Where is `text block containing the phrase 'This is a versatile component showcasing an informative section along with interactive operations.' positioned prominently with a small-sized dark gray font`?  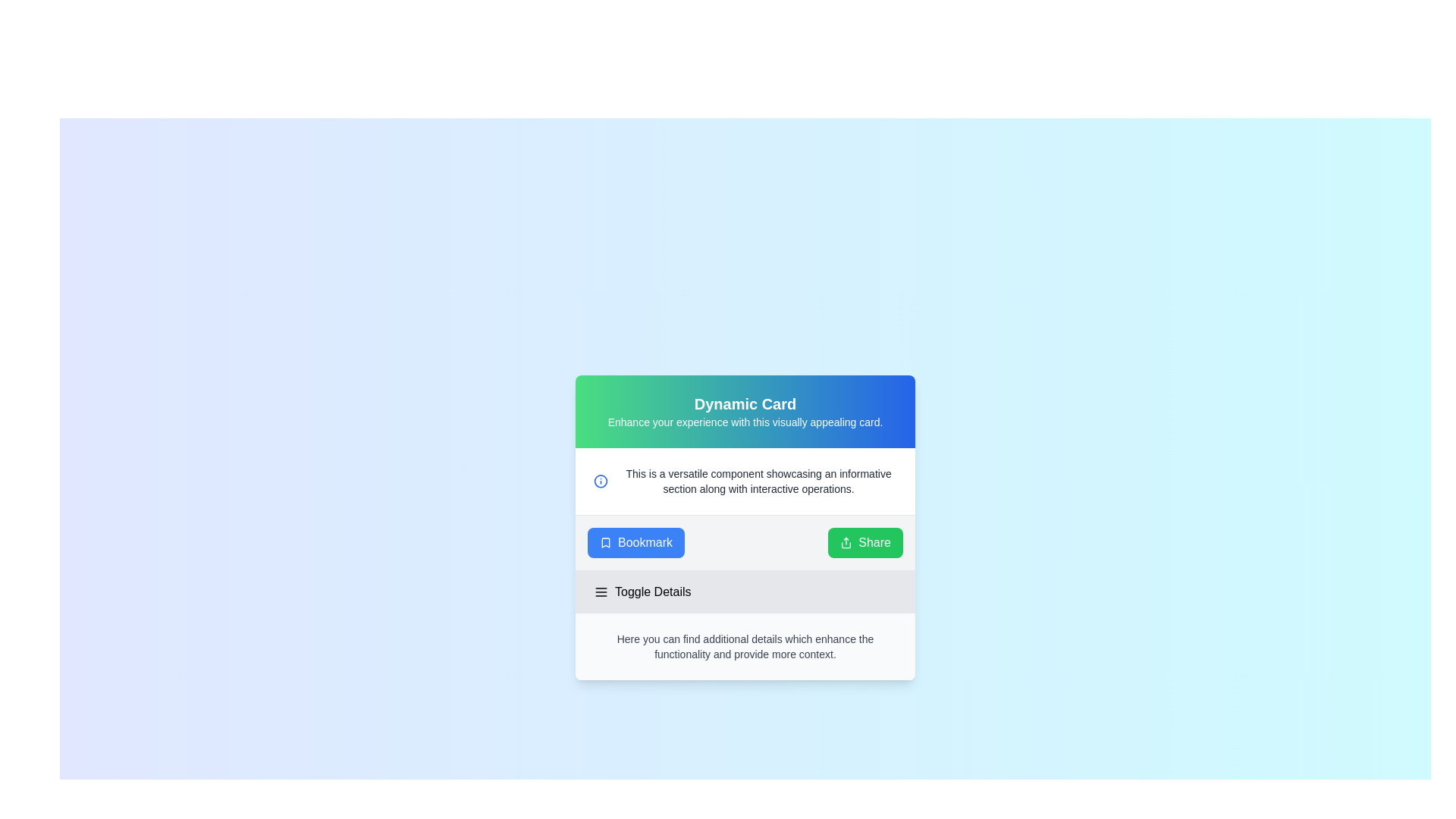 text block containing the phrase 'This is a versatile component showcasing an informative section along with interactive operations.' positioned prominently with a small-sized dark gray font is located at coordinates (758, 482).